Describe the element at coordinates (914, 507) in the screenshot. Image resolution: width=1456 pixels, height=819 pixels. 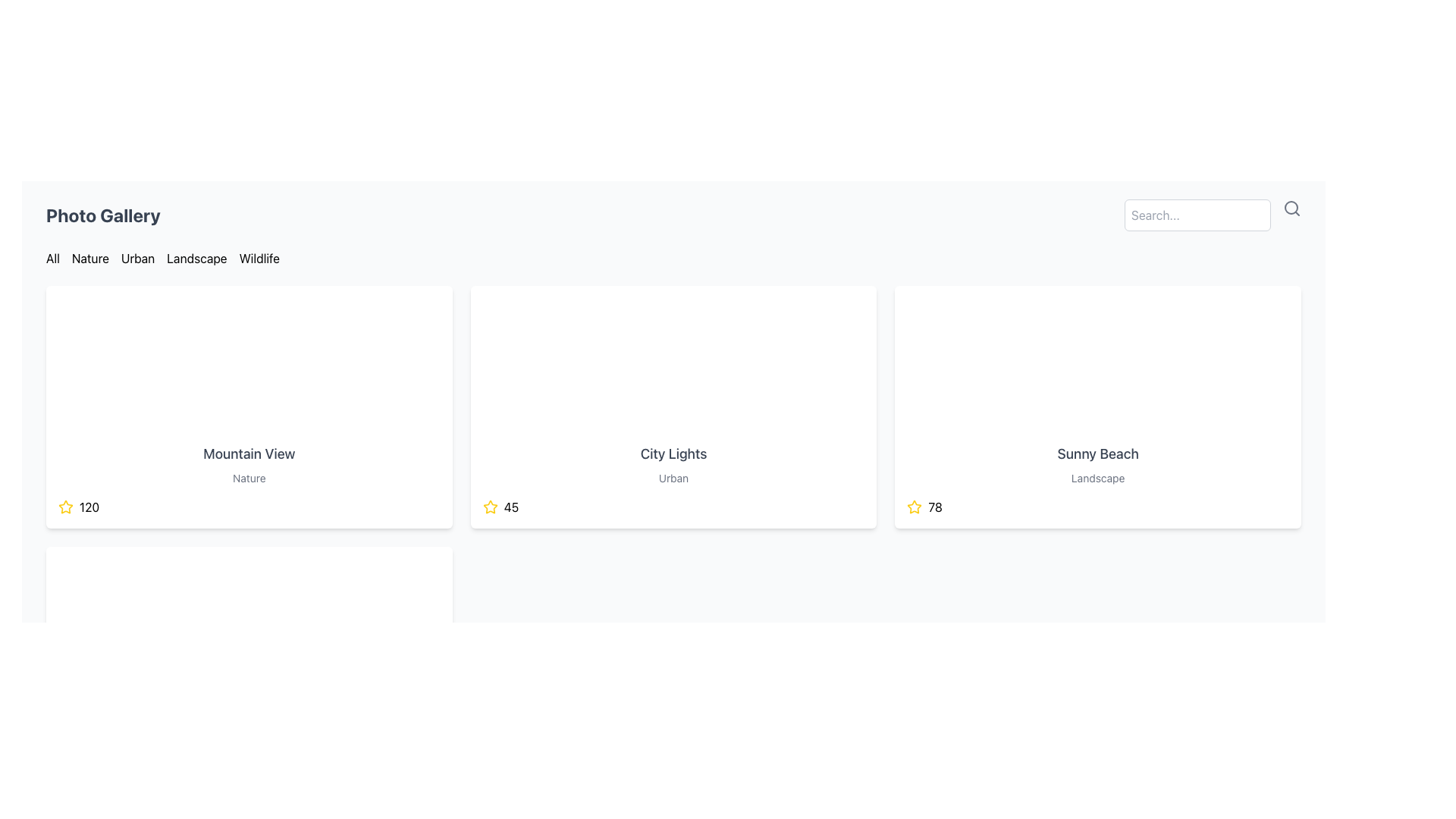
I see `the star icon located at the bottom-left corner of the 'Sunny Beach' card, next to the number '78', indicating a rating or favorite status` at that location.